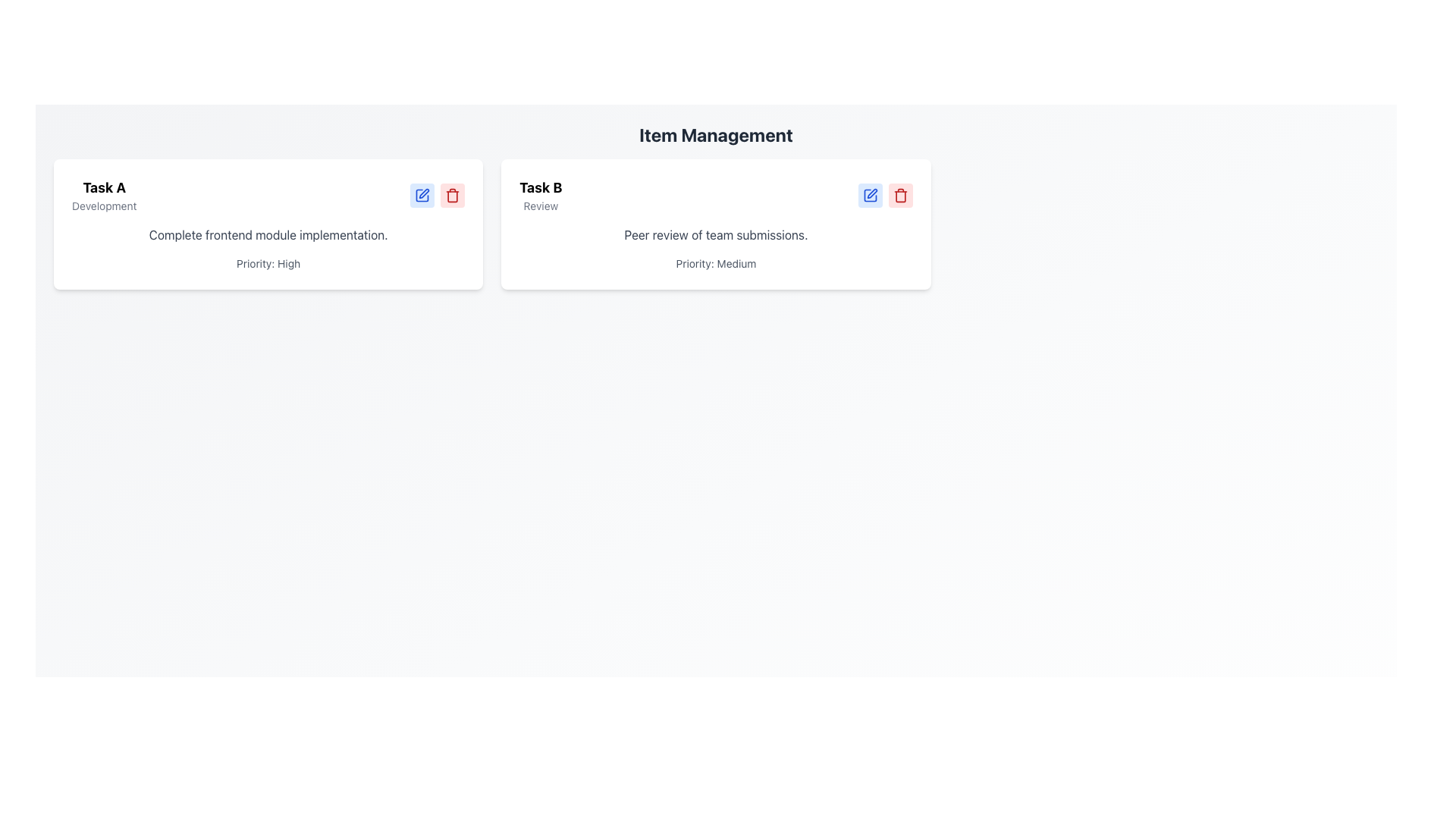  Describe the element at coordinates (436, 195) in the screenshot. I see `the edit and delete buttons in the group of buttons located in the top-right section of the 'Task A' card` at that location.